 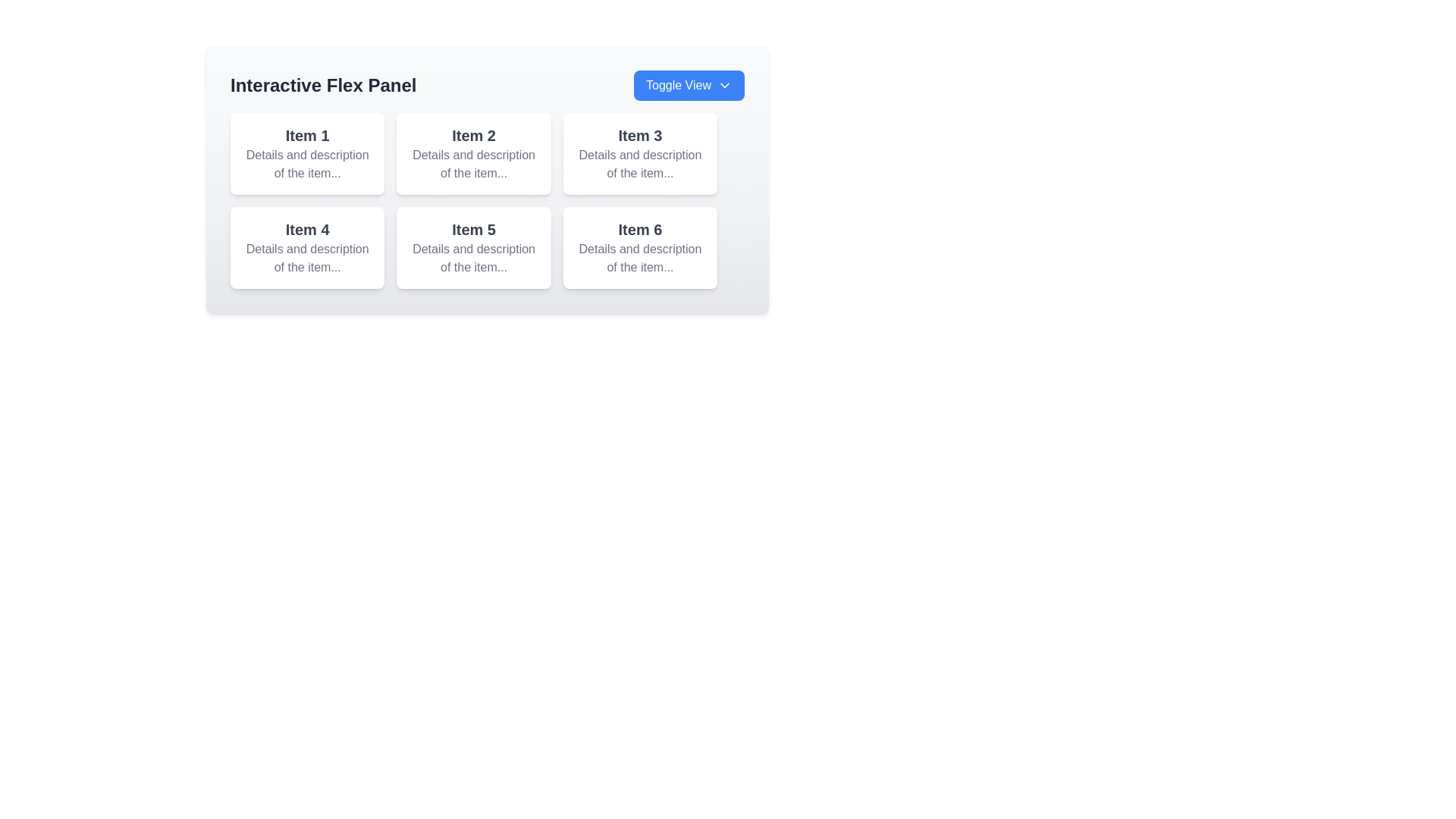 What do you see at coordinates (473, 247) in the screenshot?
I see `the card component displaying information about 'Item 5', located in the second row, second column of a 3x2 grid` at bounding box center [473, 247].